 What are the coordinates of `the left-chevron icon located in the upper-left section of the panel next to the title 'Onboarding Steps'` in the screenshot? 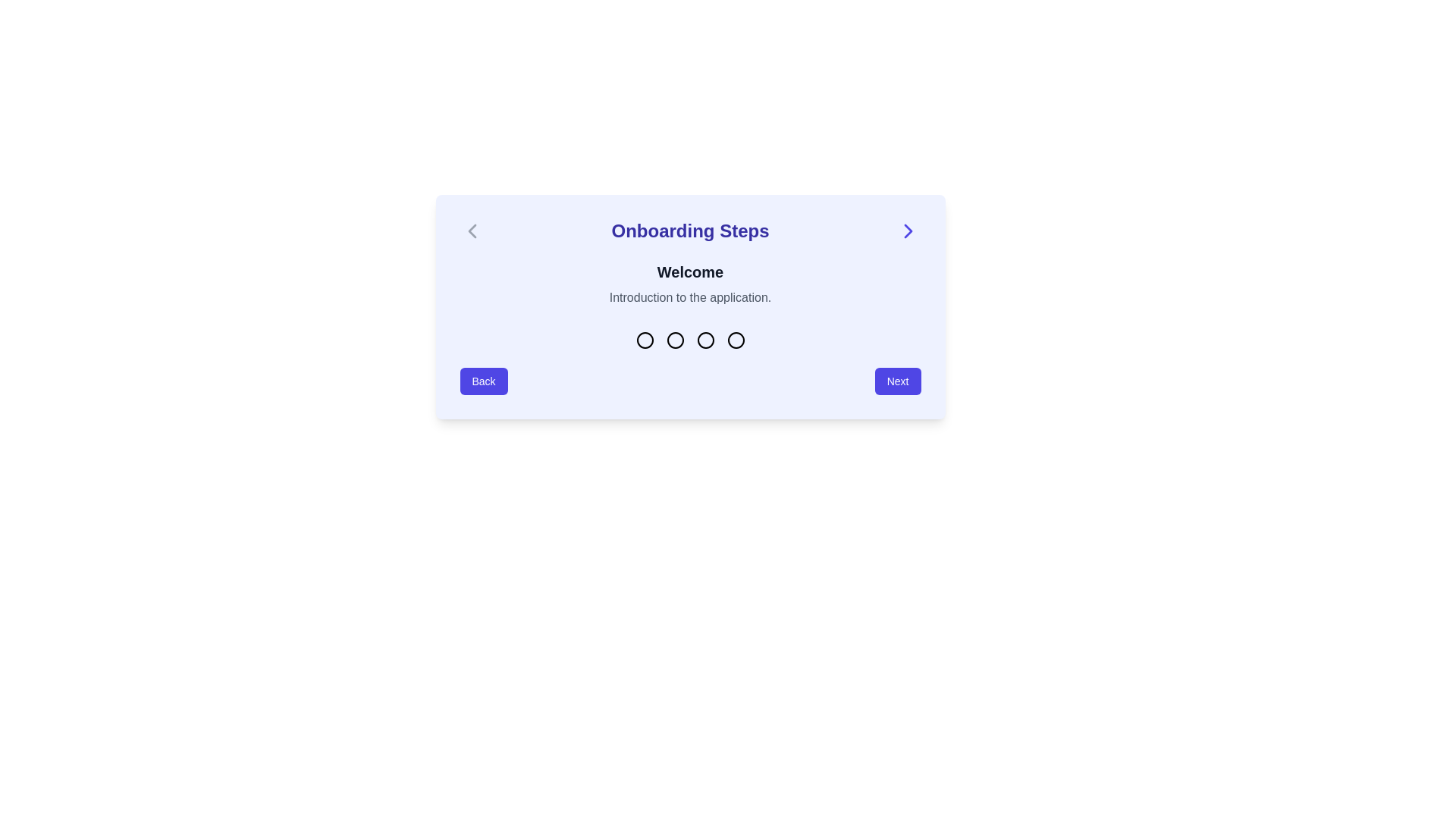 It's located at (471, 231).